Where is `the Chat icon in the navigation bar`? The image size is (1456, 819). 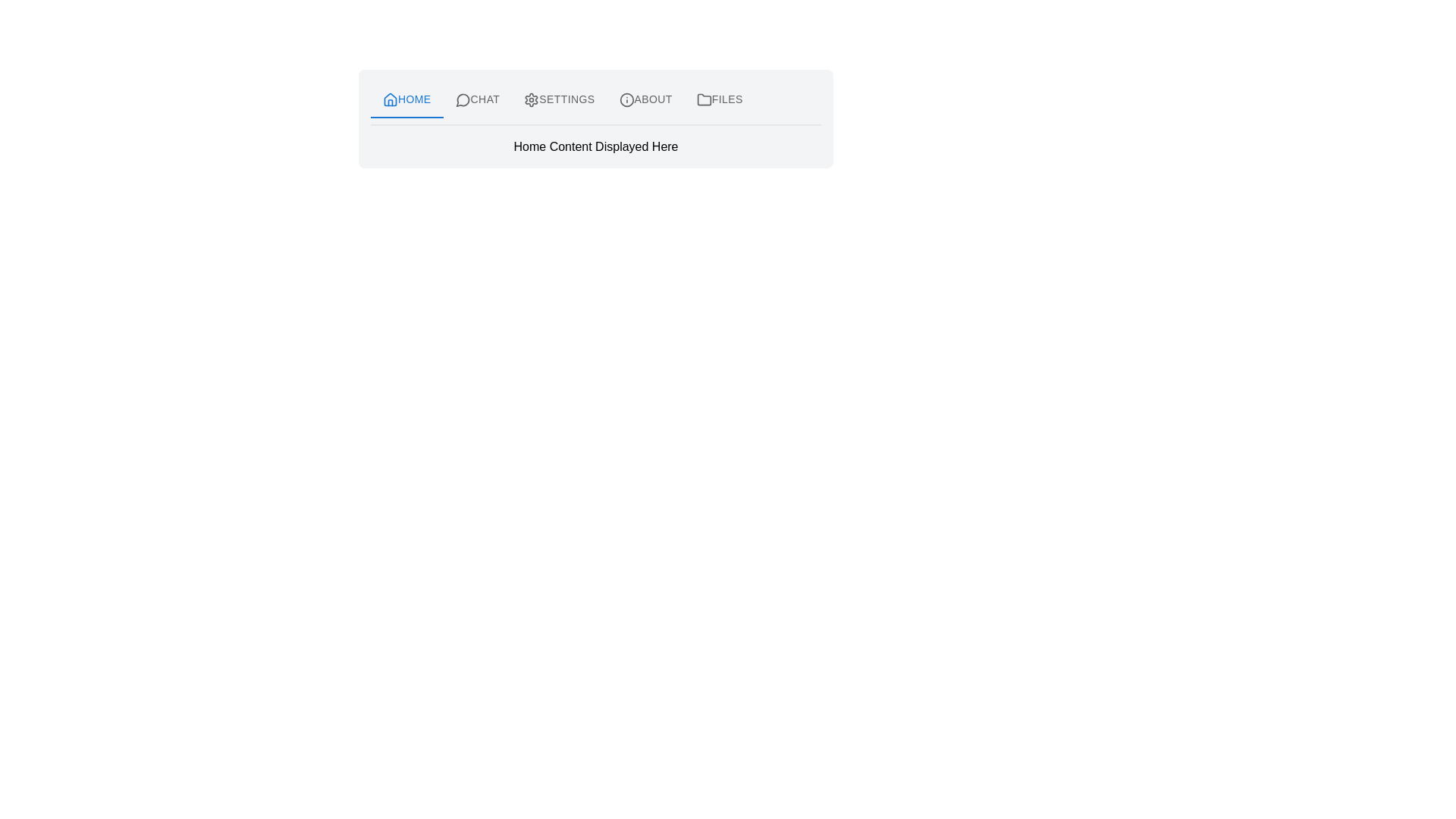
the Chat icon in the navigation bar is located at coordinates (462, 99).